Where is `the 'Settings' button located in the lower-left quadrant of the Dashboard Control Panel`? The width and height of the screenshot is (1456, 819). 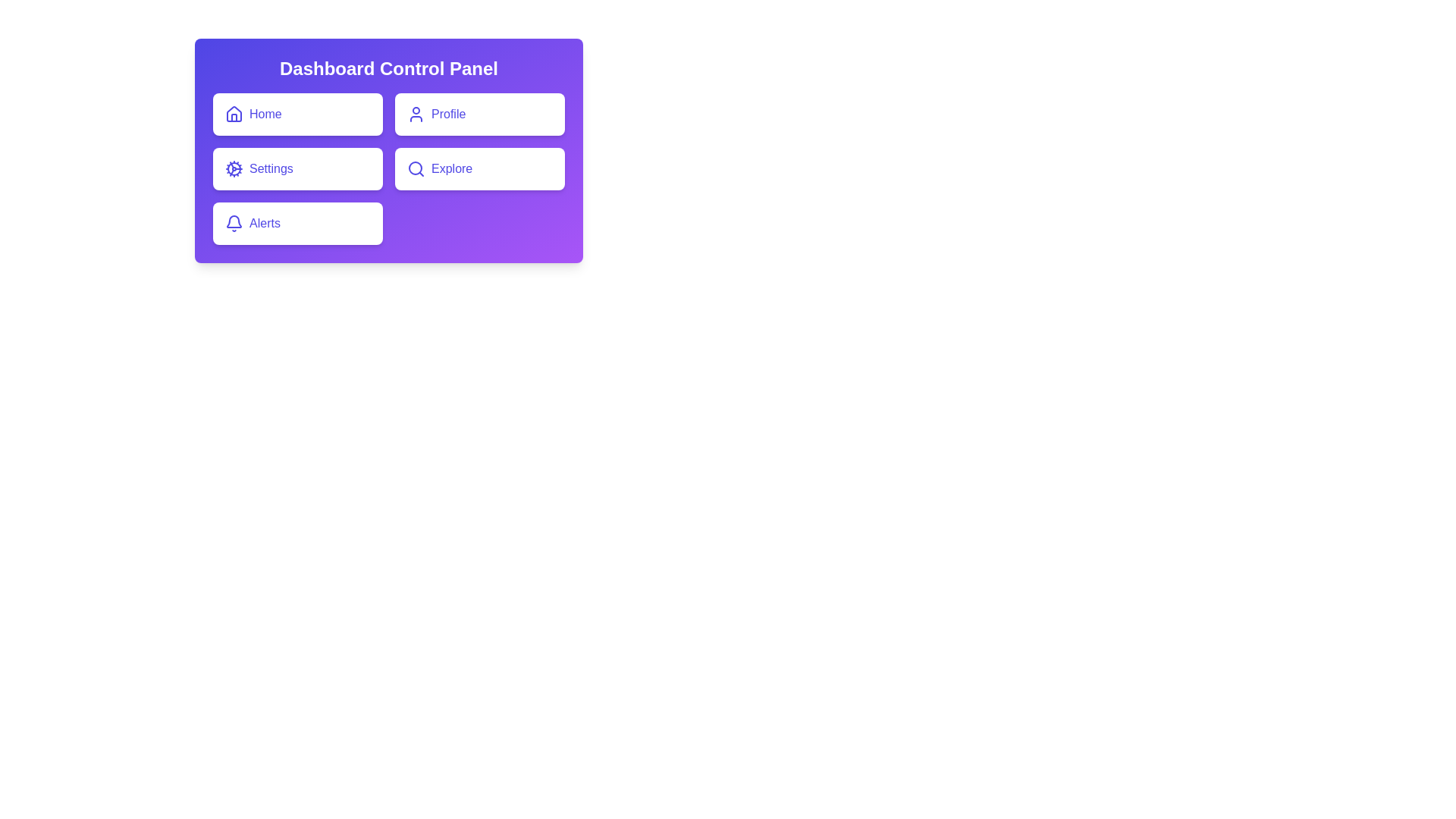
the 'Settings' button located in the lower-left quadrant of the Dashboard Control Panel is located at coordinates (298, 169).